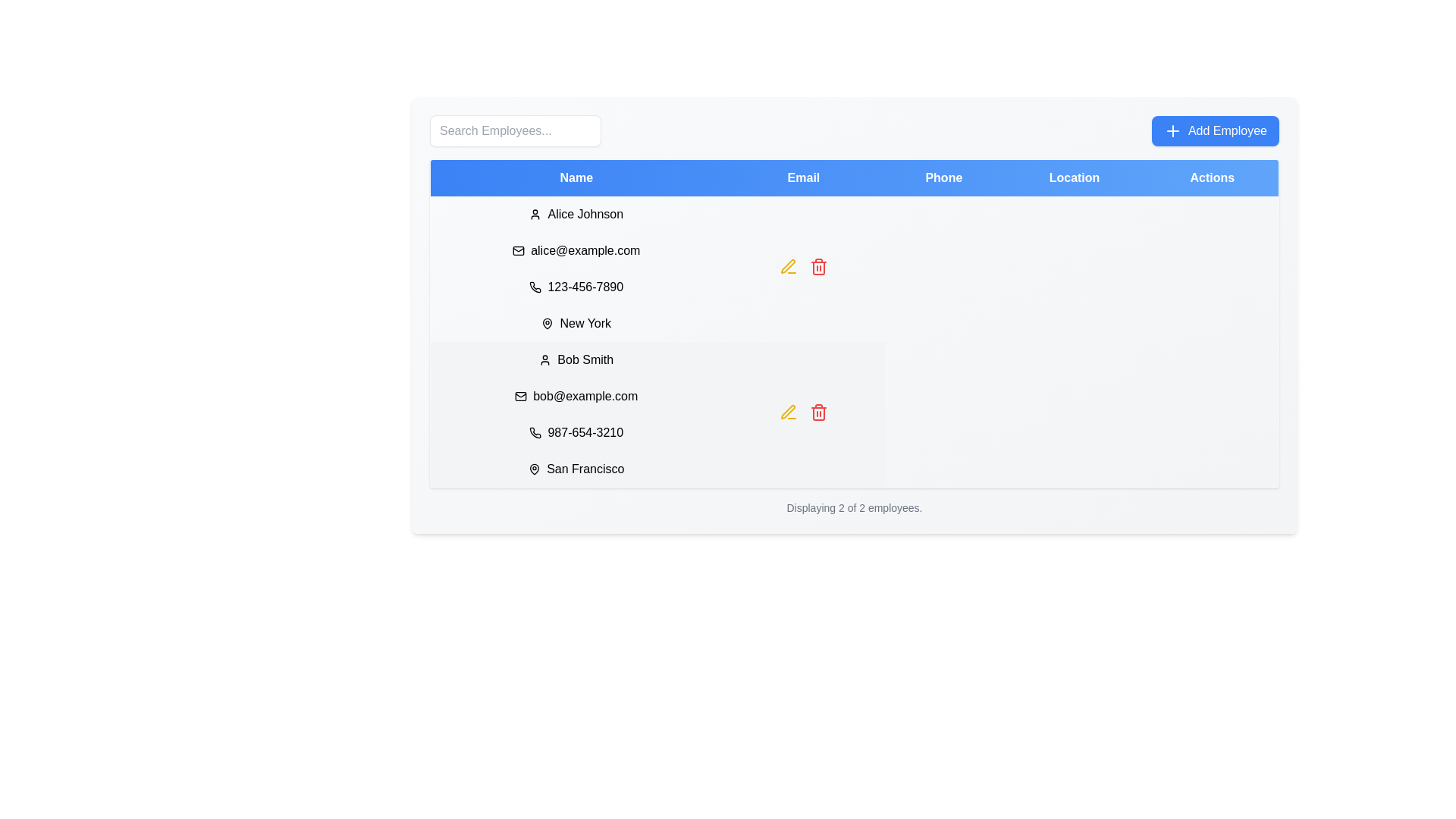 Image resolution: width=1456 pixels, height=819 pixels. Describe the element at coordinates (545, 359) in the screenshot. I see `the user profile icon located to the left of the text 'Bob Smith' in the employee listing table` at that location.